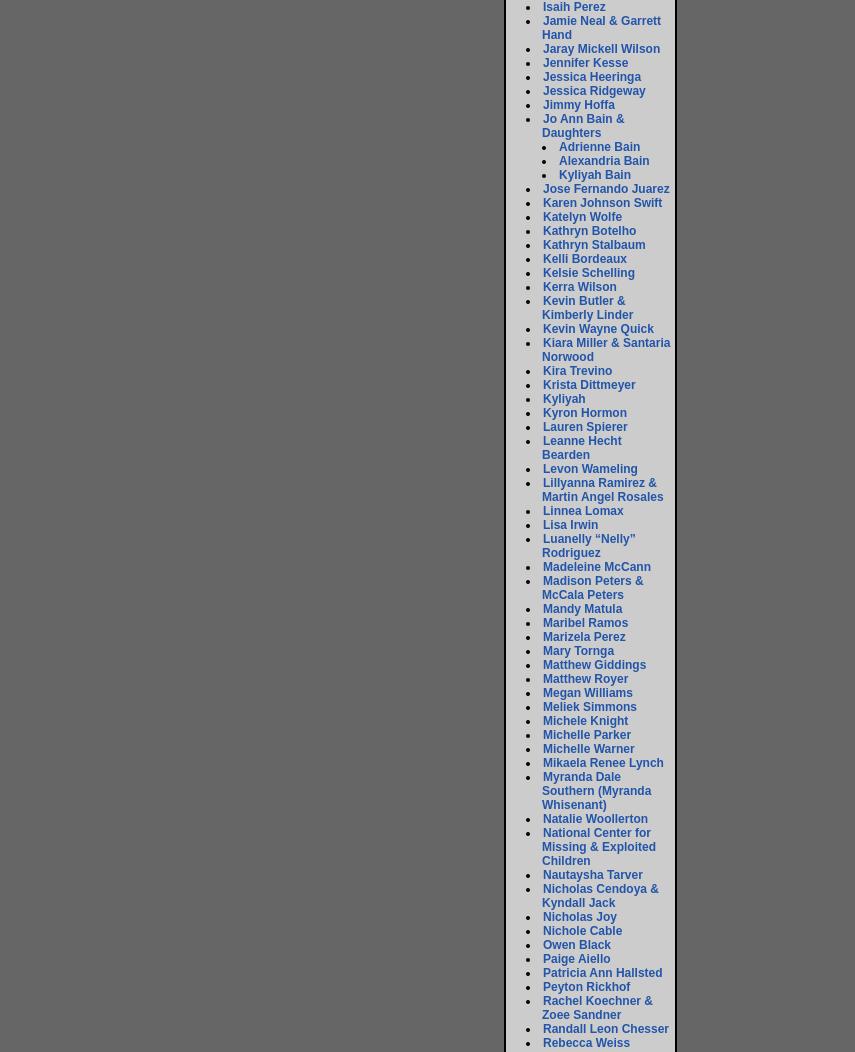 This screenshot has height=1052, width=855. Describe the element at coordinates (602, 489) in the screenshot. I see `'Lillyanna Ramirez & Martin Angel Rosales'` at that location.